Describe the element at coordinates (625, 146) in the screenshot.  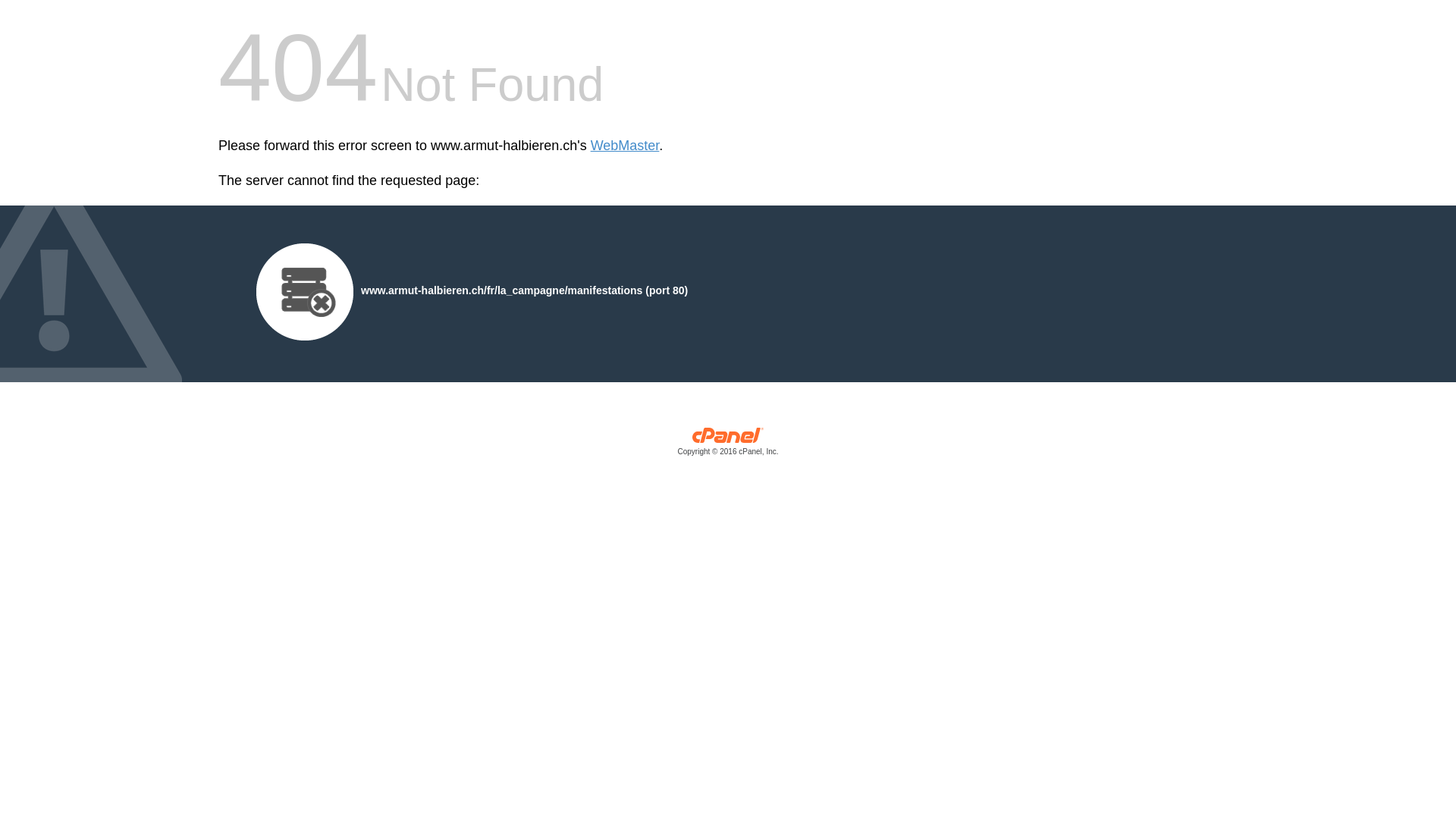
I see `'WebMaster'` at that location.